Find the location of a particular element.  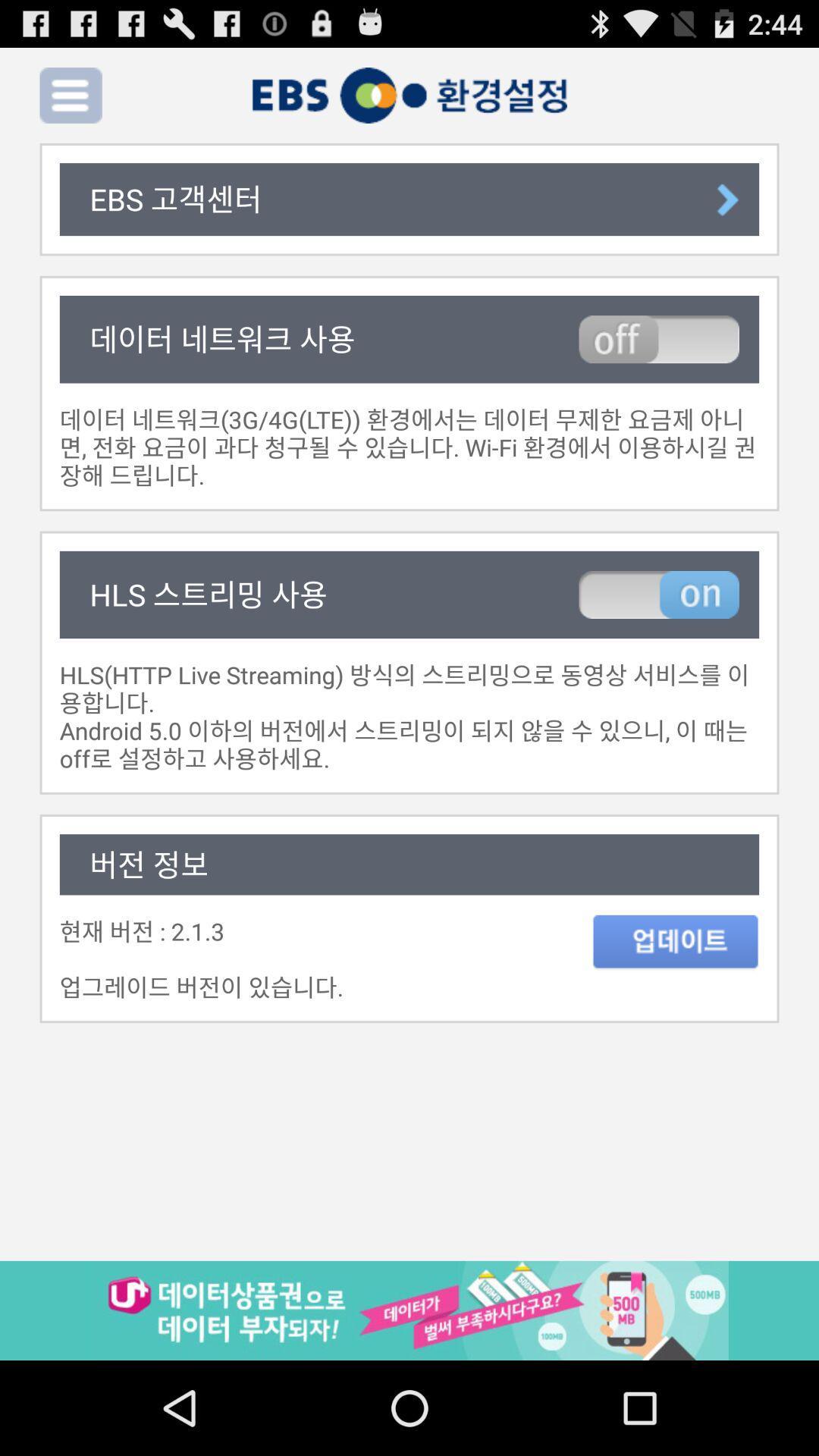

the date_range icon is located at coordinates (675, 1009).